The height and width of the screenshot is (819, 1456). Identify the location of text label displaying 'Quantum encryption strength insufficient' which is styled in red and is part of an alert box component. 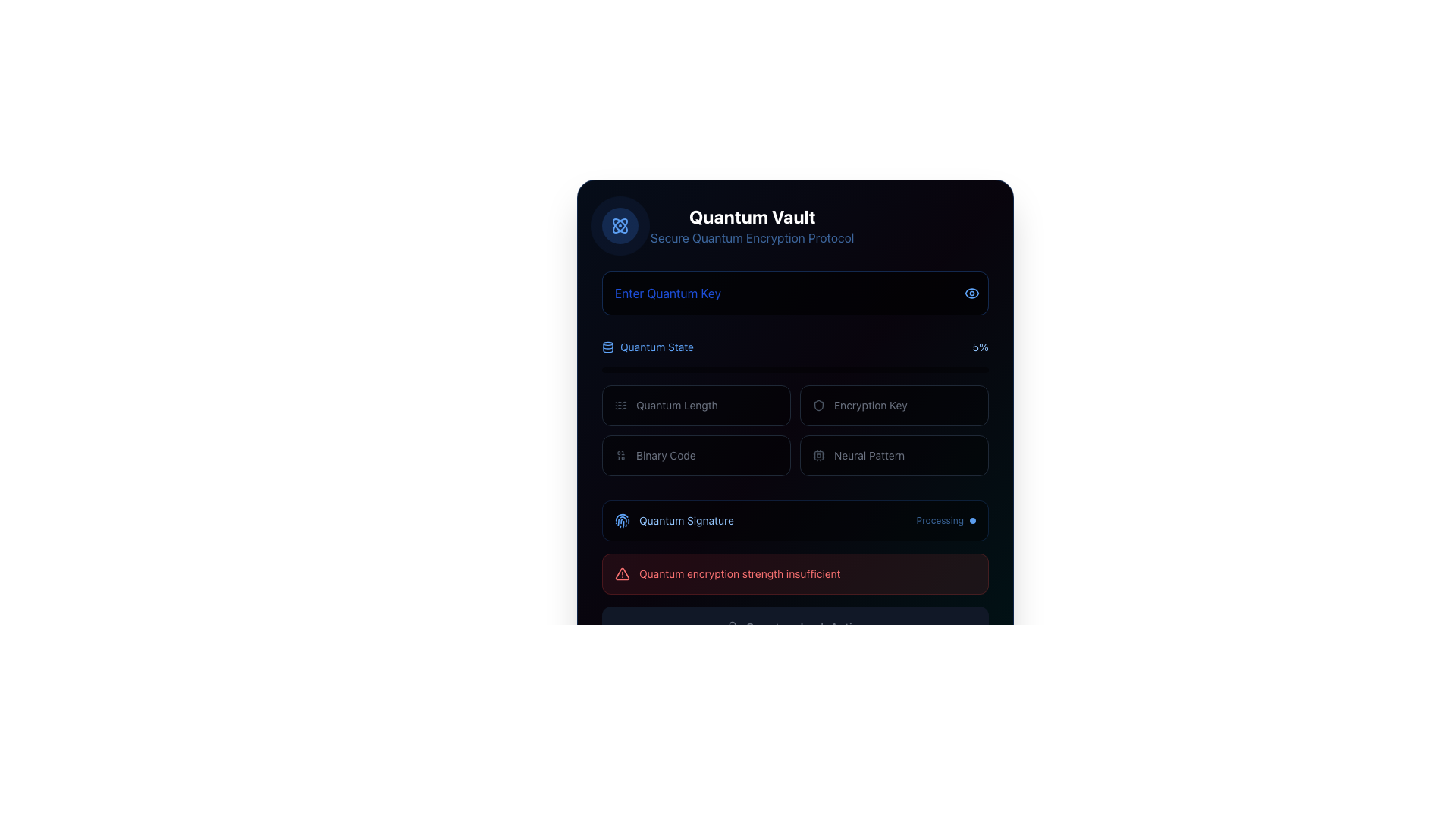
(739, 573).